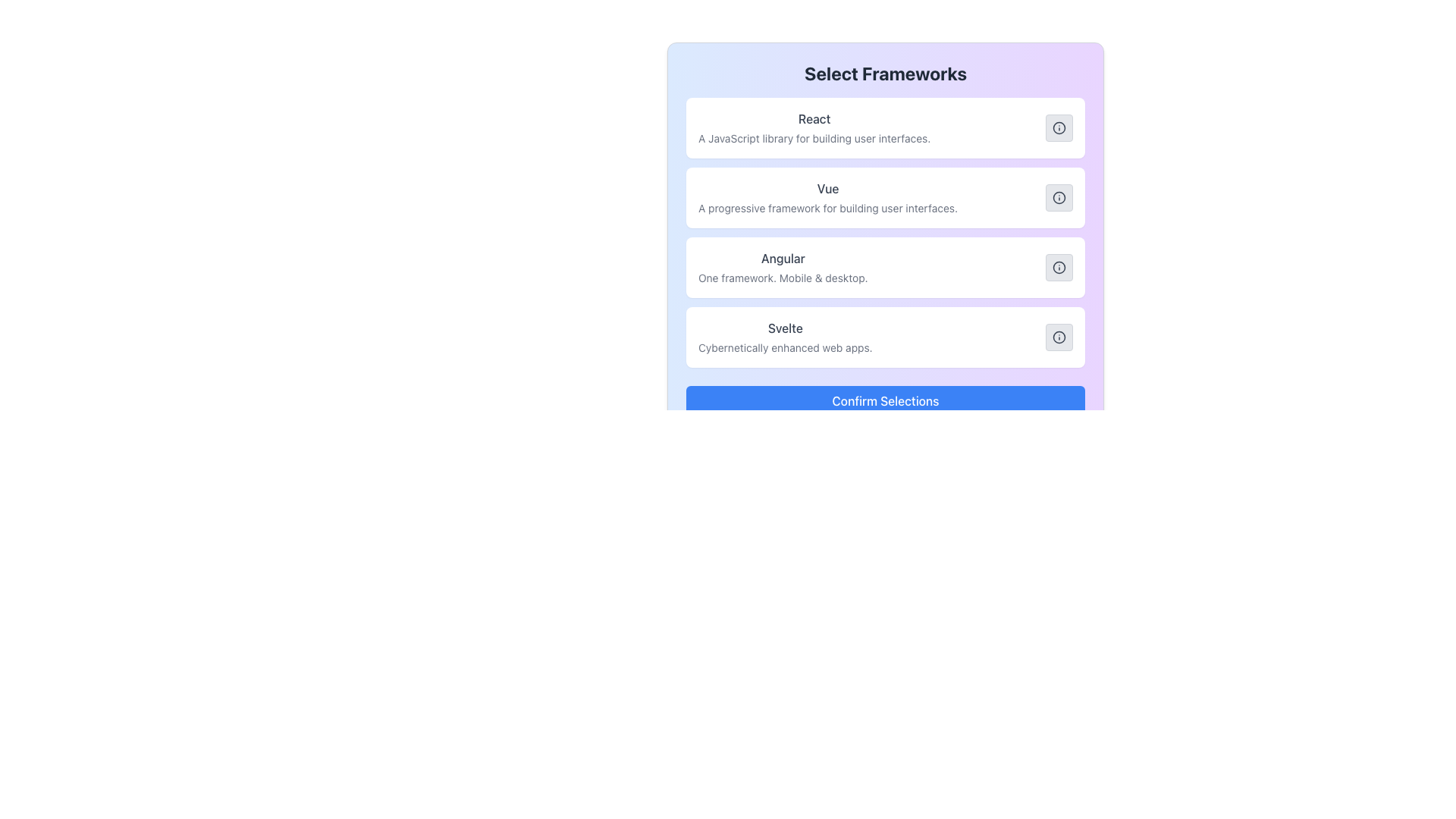 The width and height of the screenshot is (1456, 819). I want to click on the selectable option in the list that provides details about the Vue framework, which is centrally located in the second box of a vertically stacked list between the 'React' and 'Angular' boxes, so click(827, 197).